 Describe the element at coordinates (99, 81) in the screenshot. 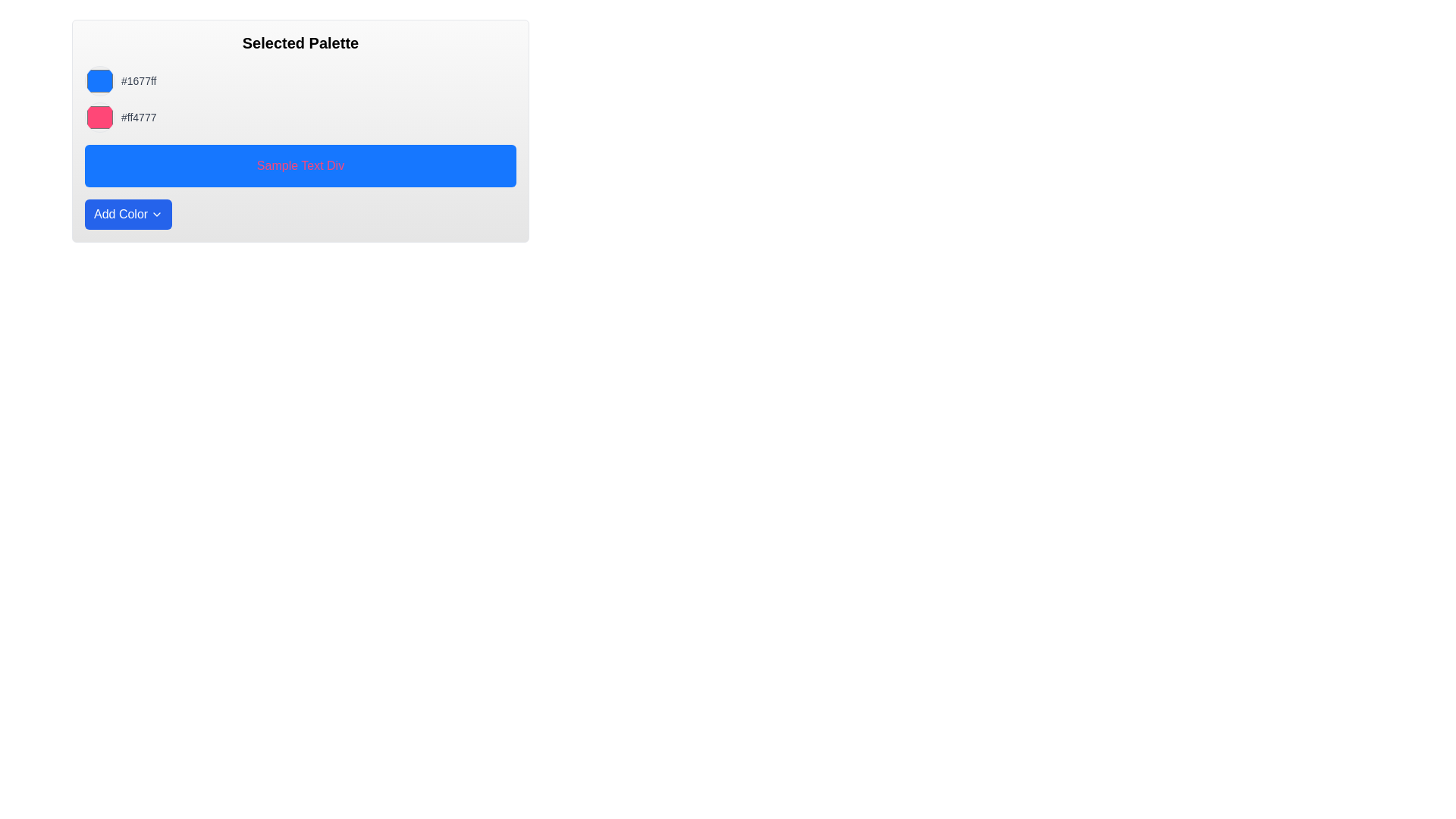

I see `the Color Picker Swatch Button with a blue fill color (#1677ff)` at that location.